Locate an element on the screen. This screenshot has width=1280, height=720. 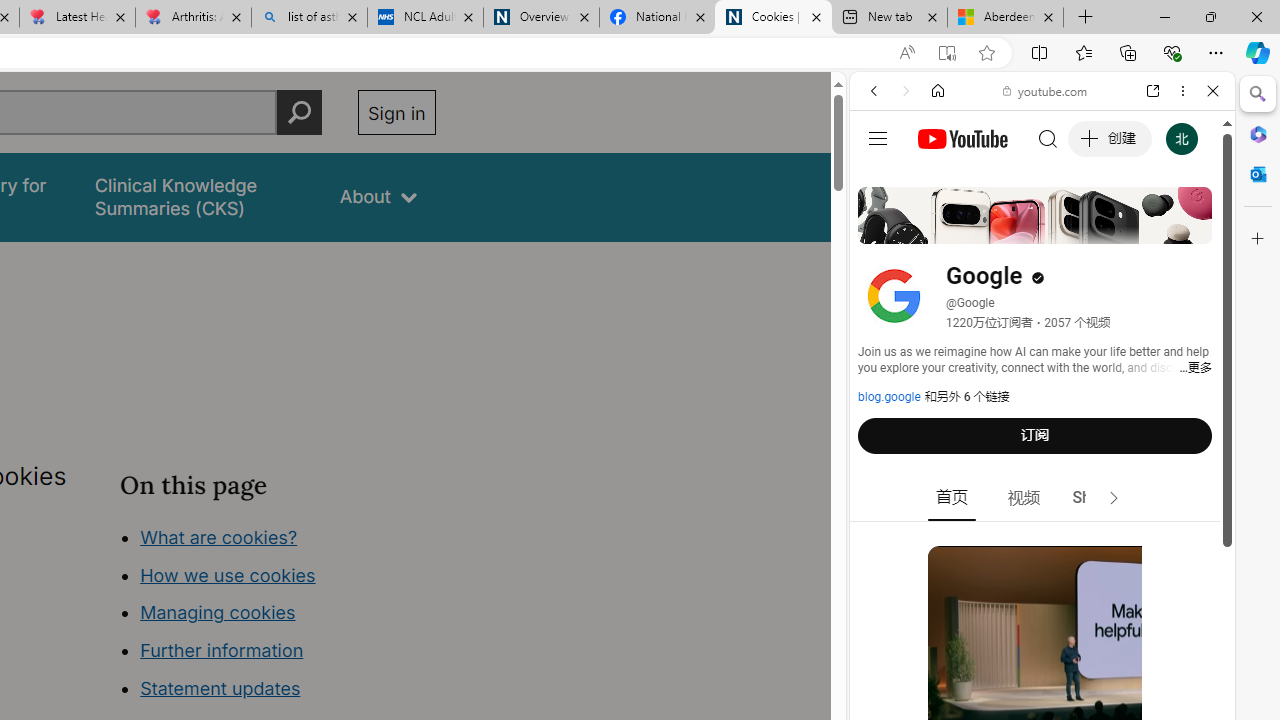
'Perform search' is located at coordinates (298, 112).